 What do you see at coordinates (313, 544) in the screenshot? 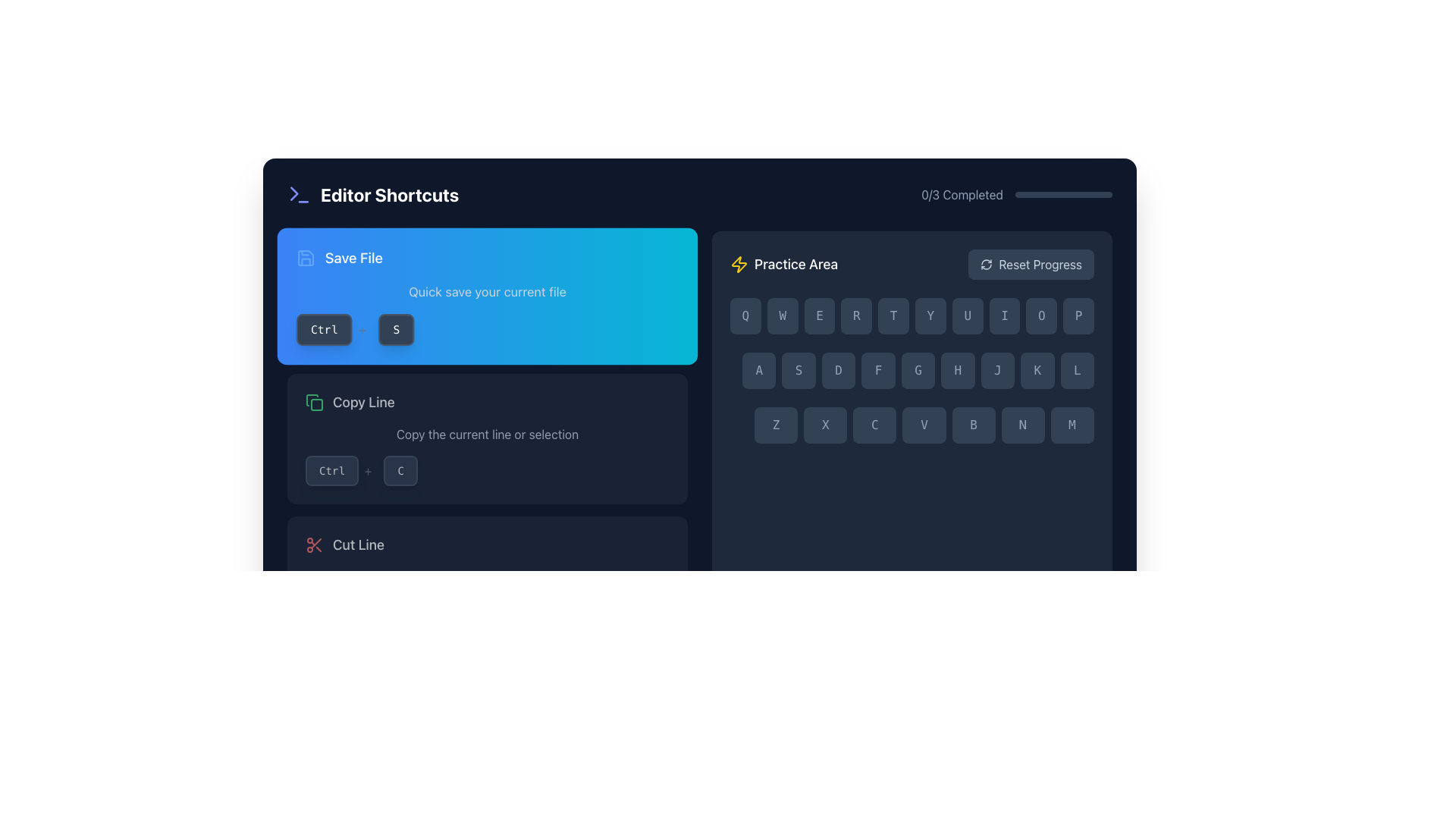
I see `the 'Cut' icon which represents the 'Cut' or 'Remove' action, located to the left of the 'Cut Line' text label` at bounding box center [313, 544].